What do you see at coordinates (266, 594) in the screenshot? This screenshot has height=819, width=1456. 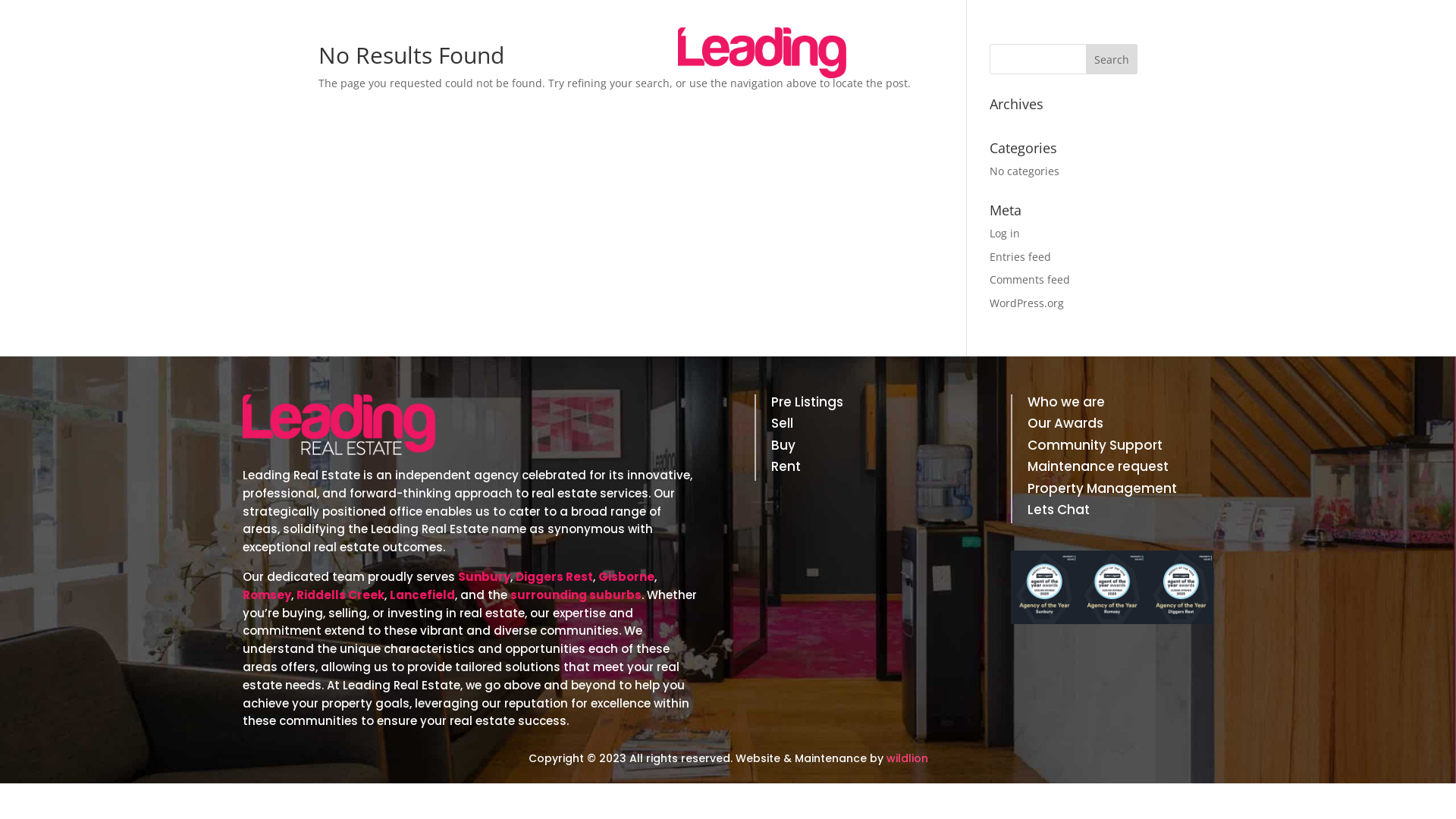 I see `'Romsey'` at bounding box center [266, 594].